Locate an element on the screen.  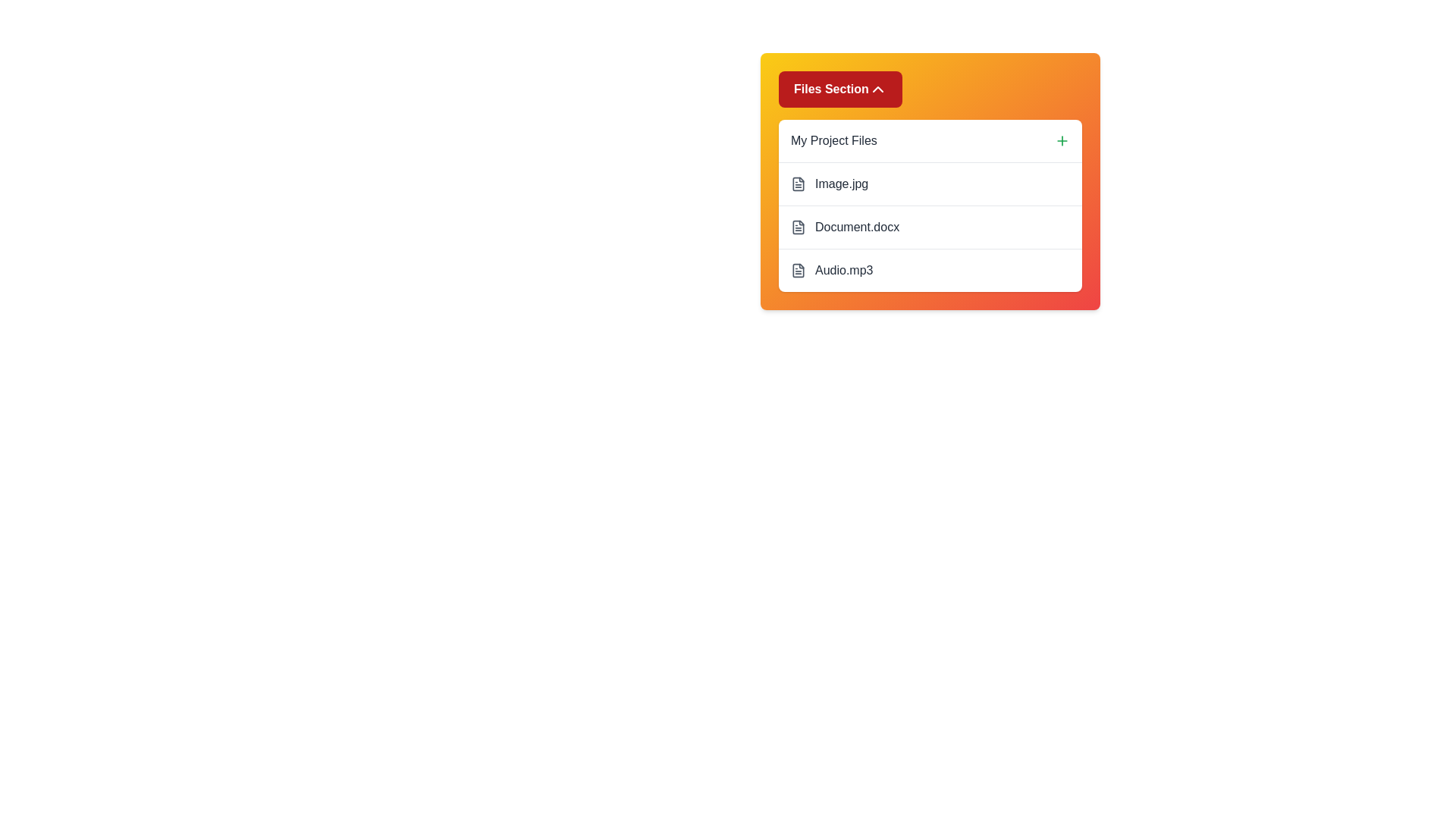
the file named Image.jpg to select it is located at coordinates (930, 183).